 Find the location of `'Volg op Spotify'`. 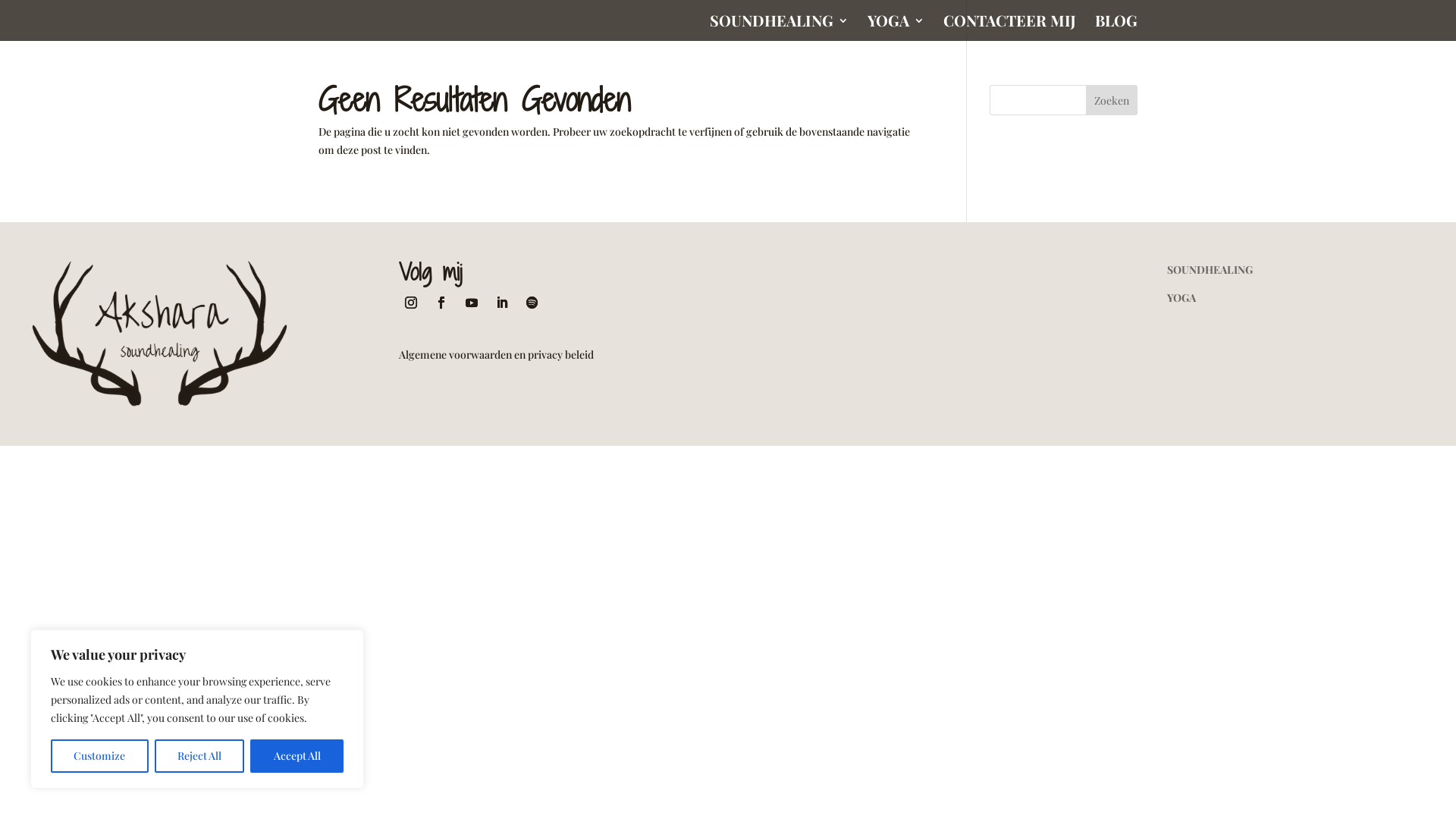

'Volg op Spotify' is located at coordinates (532, 302).